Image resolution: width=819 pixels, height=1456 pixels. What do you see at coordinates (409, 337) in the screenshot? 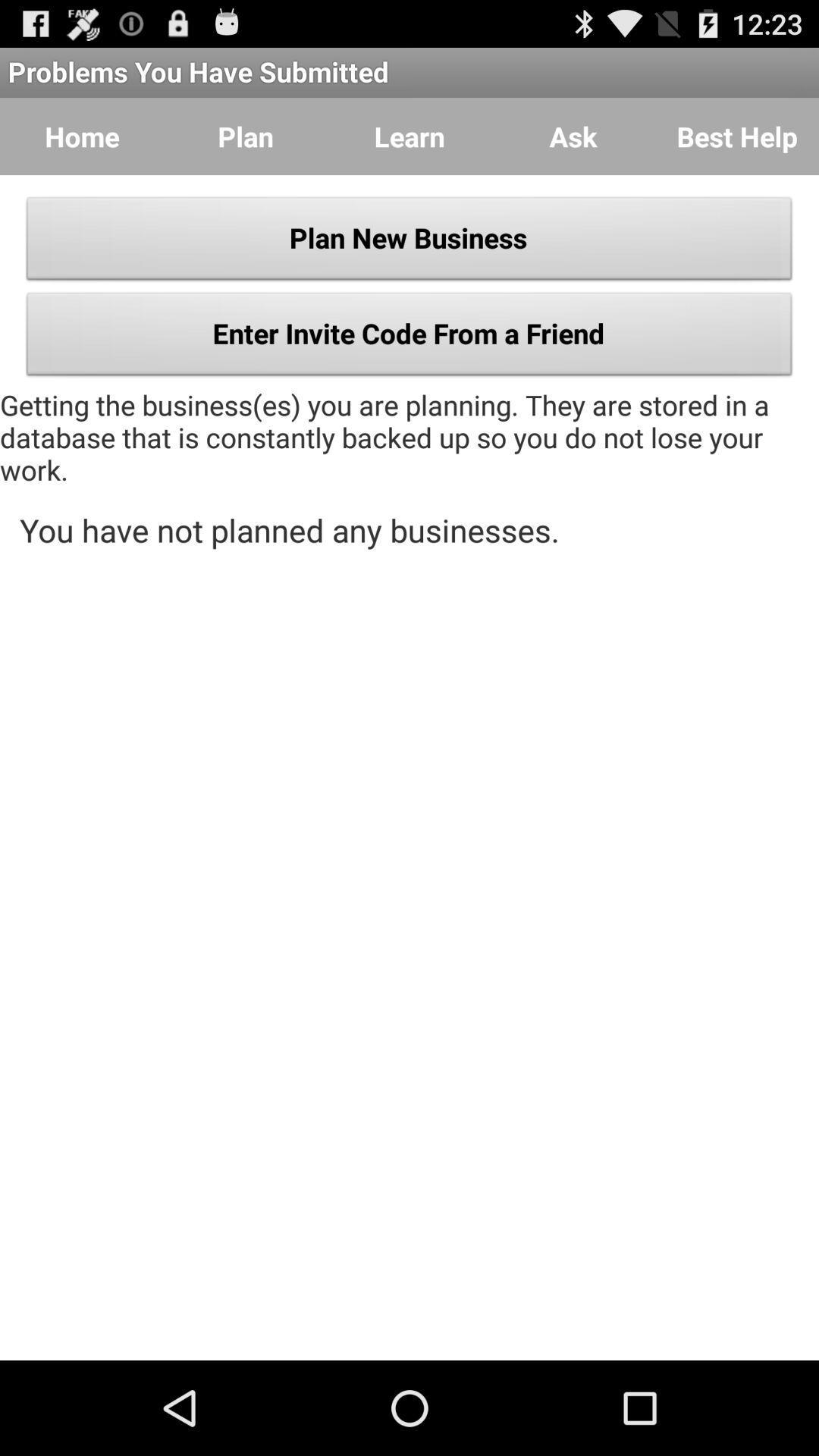
I see `button below the plan new business icon` at bounding box center [409, 337].